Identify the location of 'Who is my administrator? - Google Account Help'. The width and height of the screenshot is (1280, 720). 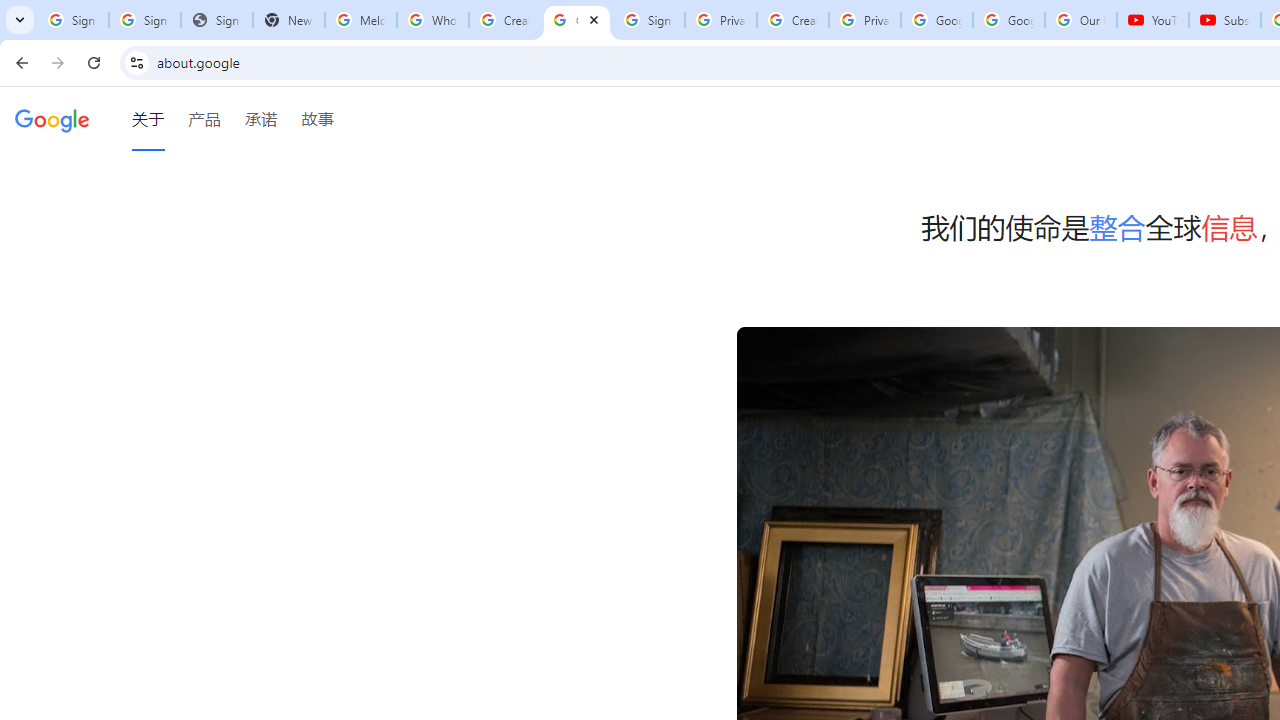
(431, 20).